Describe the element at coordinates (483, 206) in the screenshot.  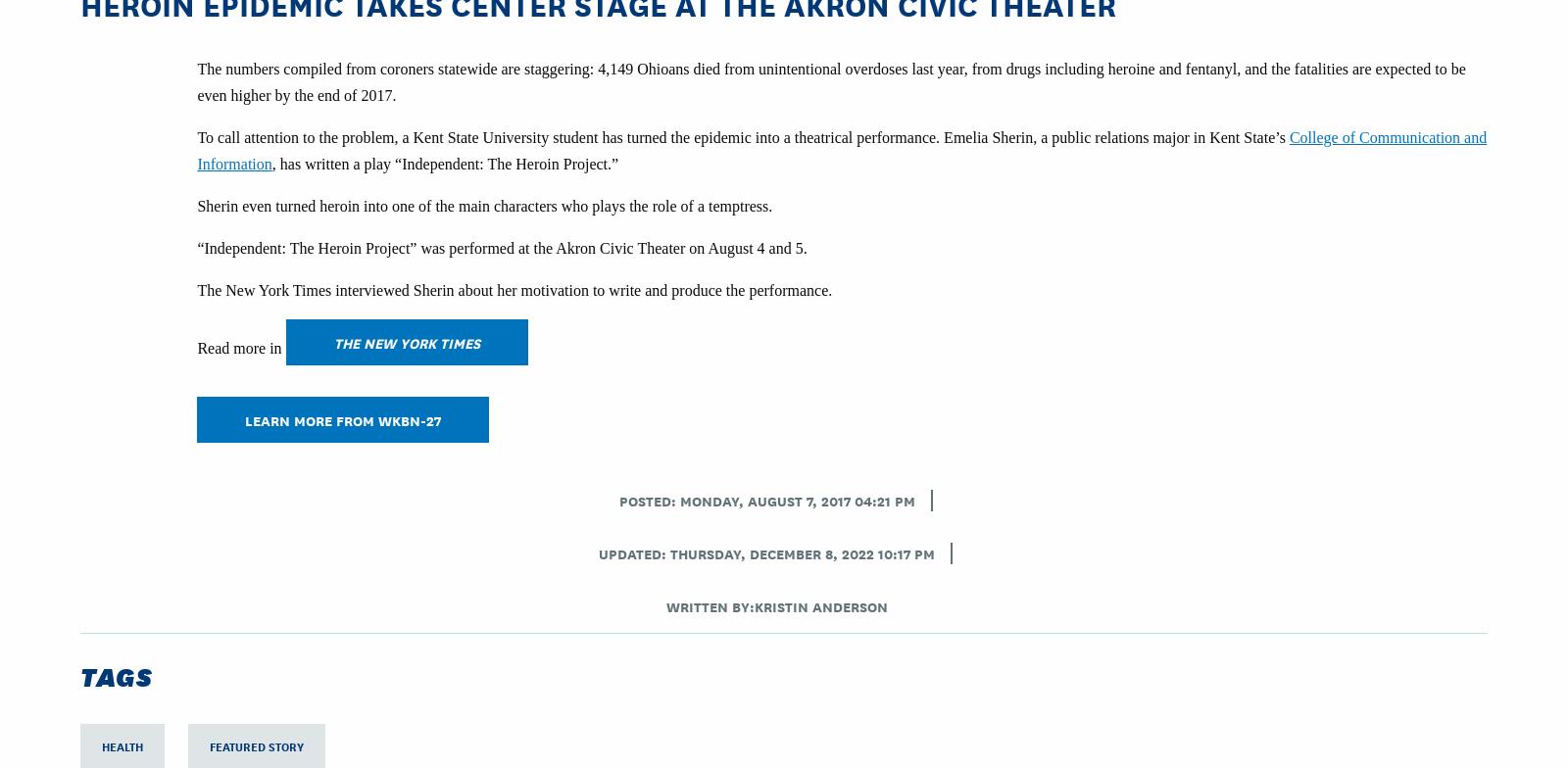
I see `'Sherin even turned heroin into one of the main characters who plays the role of a temptress.'` at that location.